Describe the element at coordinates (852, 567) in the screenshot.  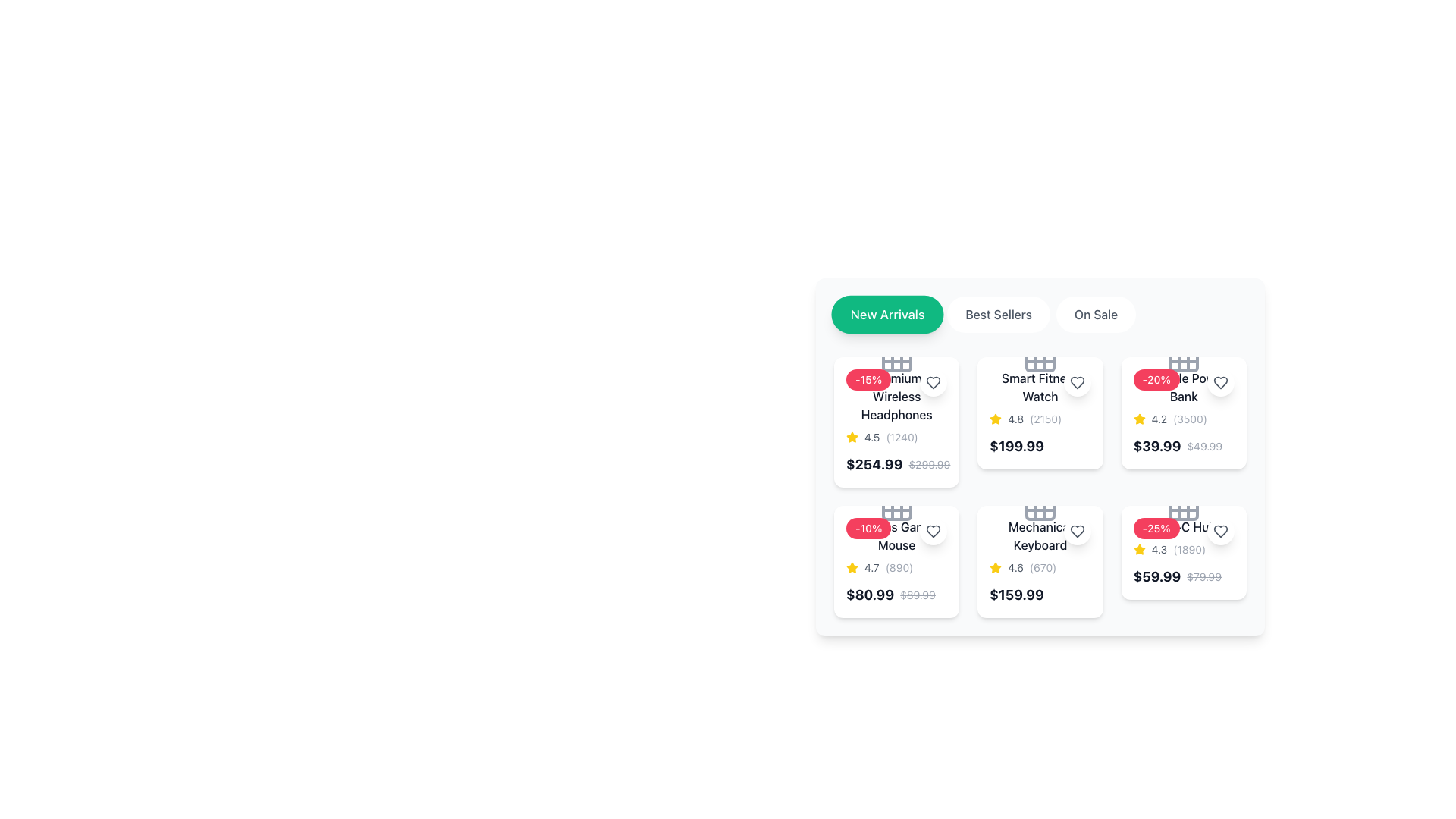
I see `the yellow star icon, which is the leftmost element in the rating information section of the product card, preceding the text '4.7' and the count '(890)'` at that location.